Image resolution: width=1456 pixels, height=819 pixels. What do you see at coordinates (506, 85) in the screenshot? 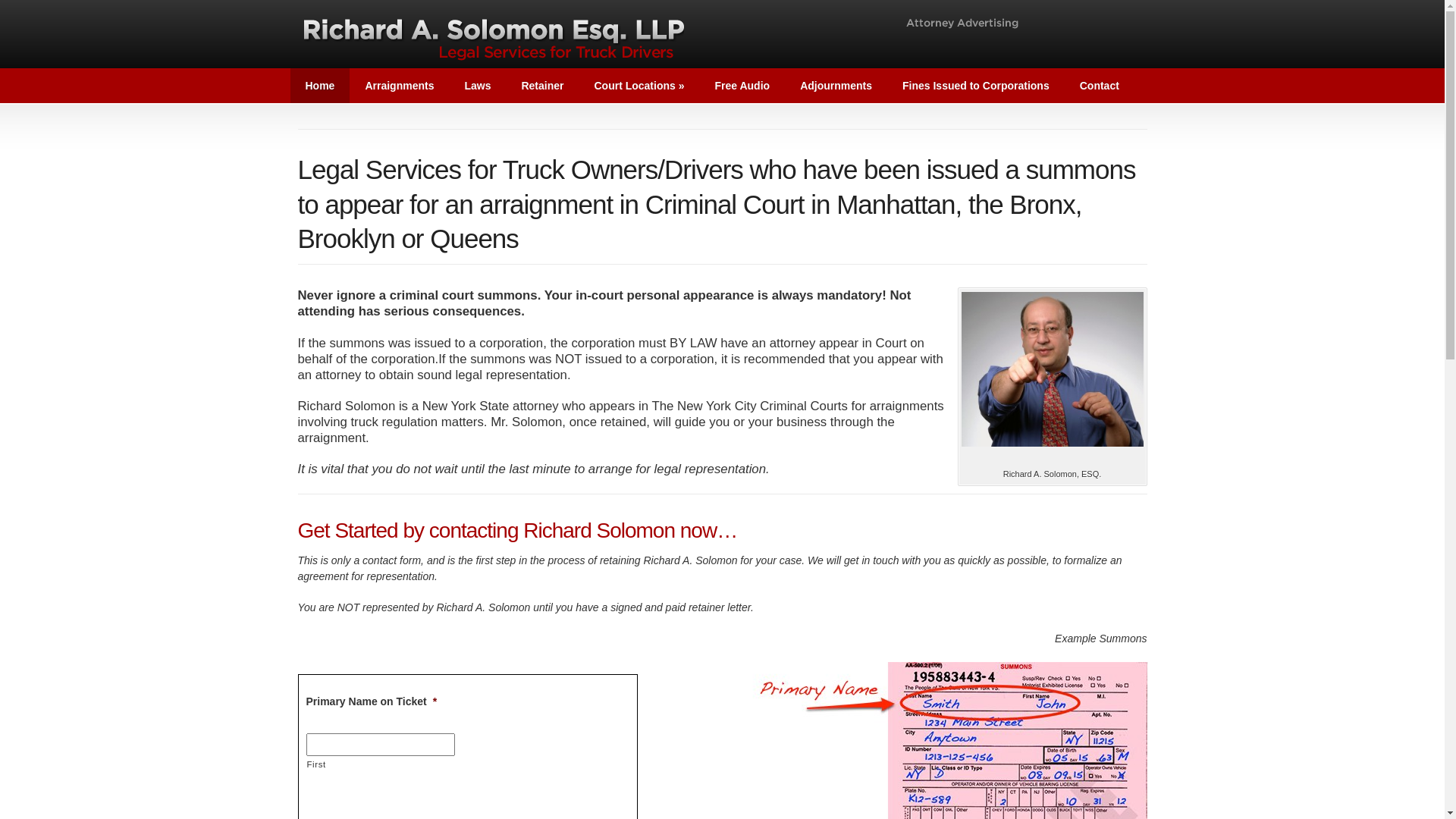
I see `'Retainer'` at bounding box center [506, 85].